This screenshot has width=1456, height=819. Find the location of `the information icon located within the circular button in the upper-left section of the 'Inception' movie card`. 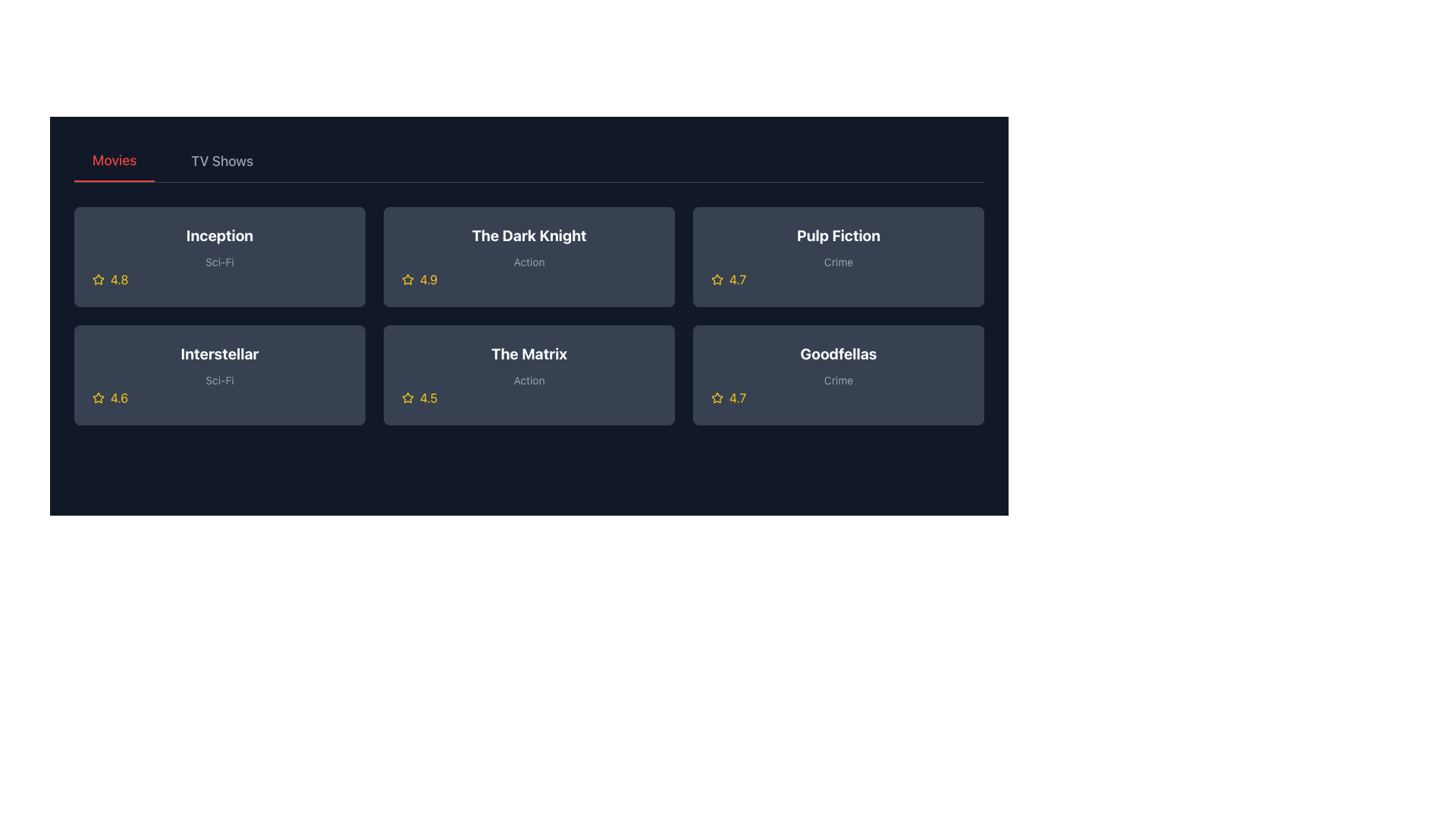

the information icon located within the circular button in the upper-left section of the 'Inception' movie card is located at coordinates (218, 256).